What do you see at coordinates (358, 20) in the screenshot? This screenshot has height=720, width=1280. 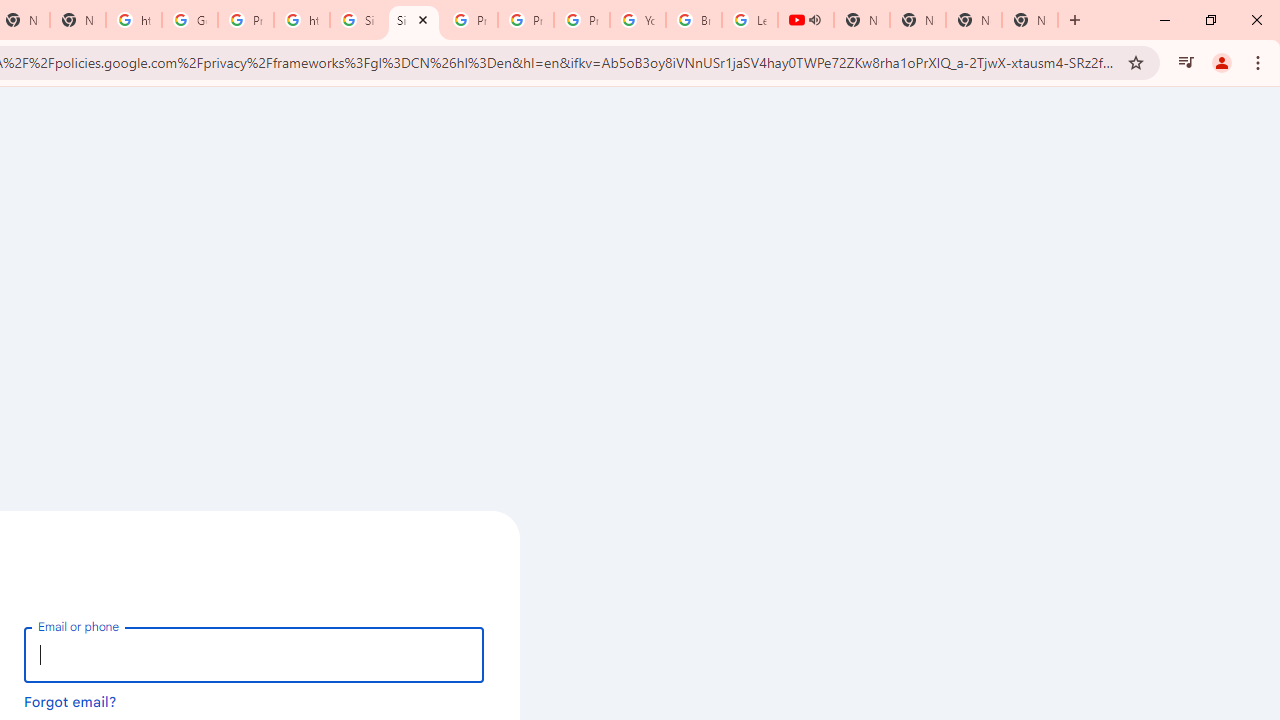 I see `'Sign in - Google Accounts'` at bounding box center [358, 20].